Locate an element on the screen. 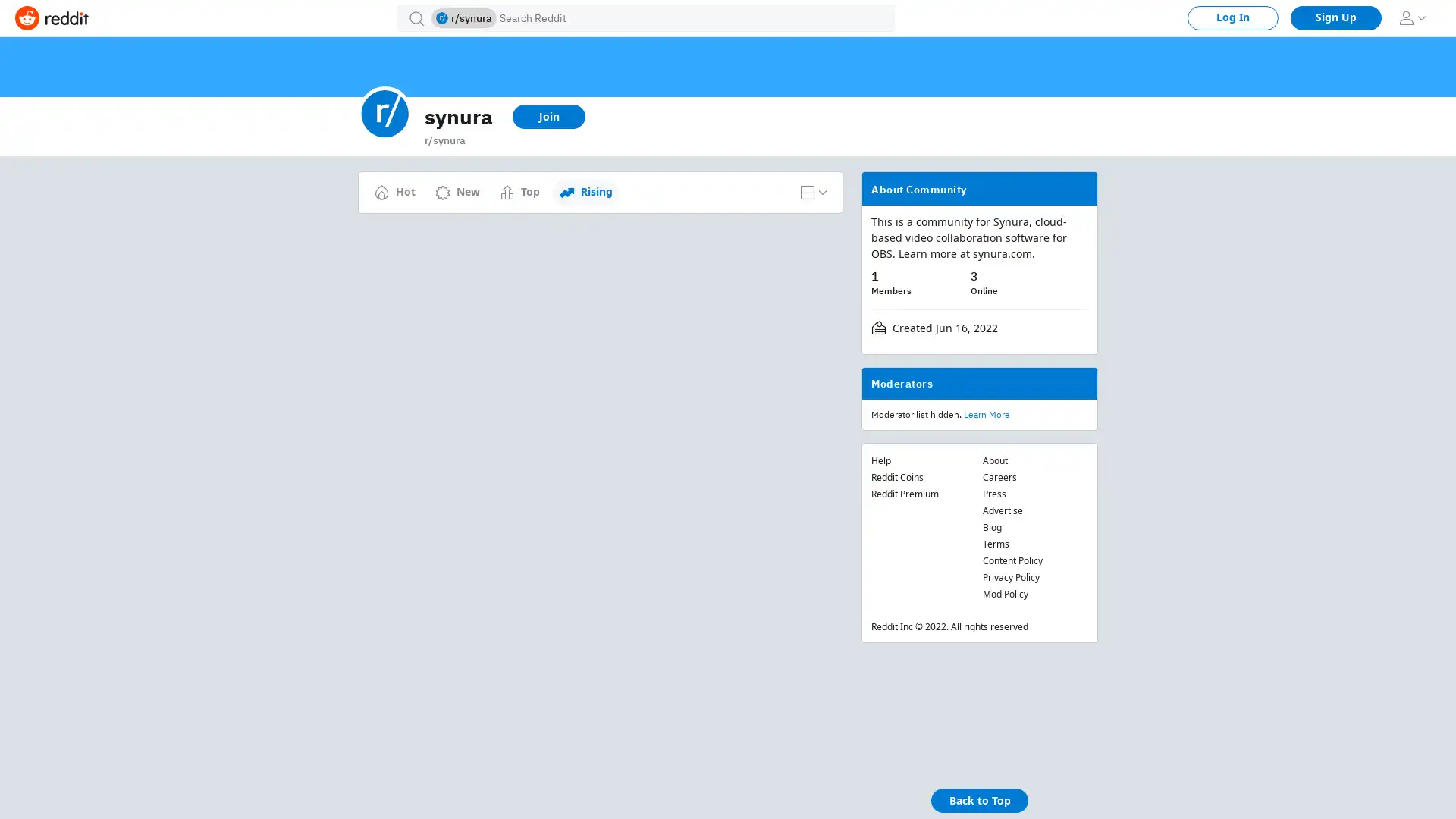  New is located at coordinates (457, 192).